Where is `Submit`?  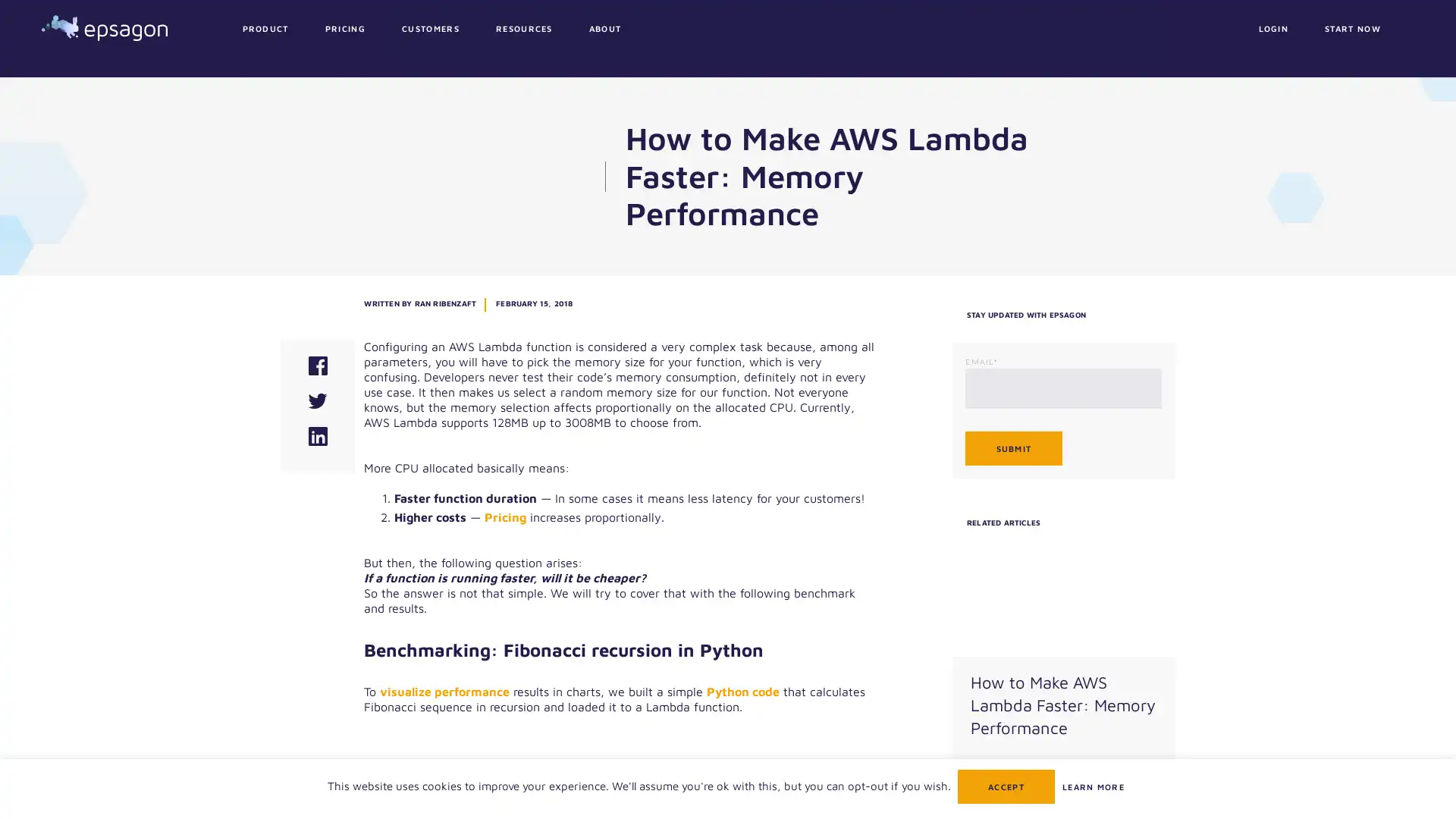 Submit is located at coordinates (1012, 447).